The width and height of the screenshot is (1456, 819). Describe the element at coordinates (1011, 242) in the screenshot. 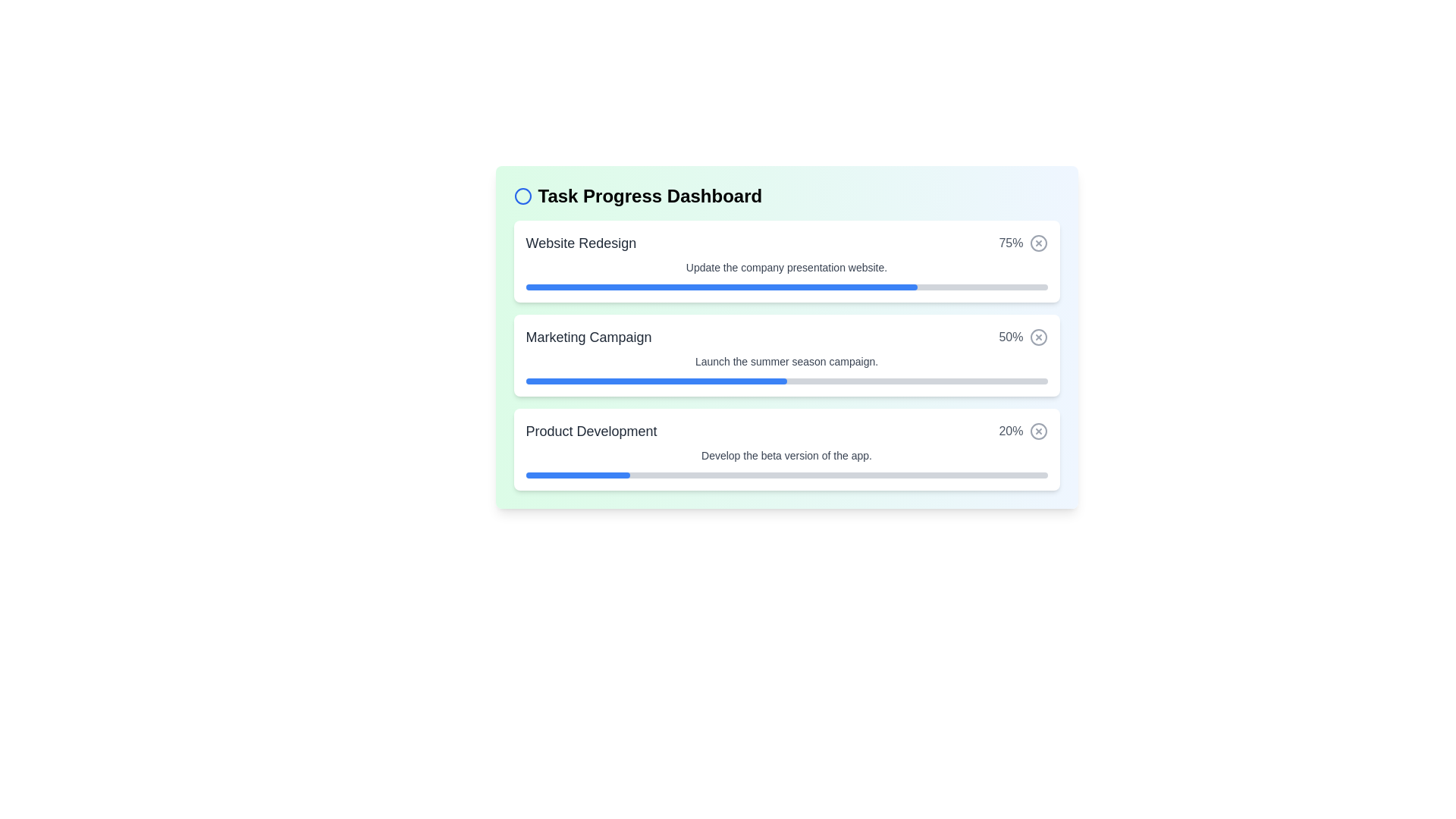

I see `the text displaying '75%' which is styled with a gray font color and is positioned next to a circular 'X' icon in the 'Website Redesign' task block` at that location.